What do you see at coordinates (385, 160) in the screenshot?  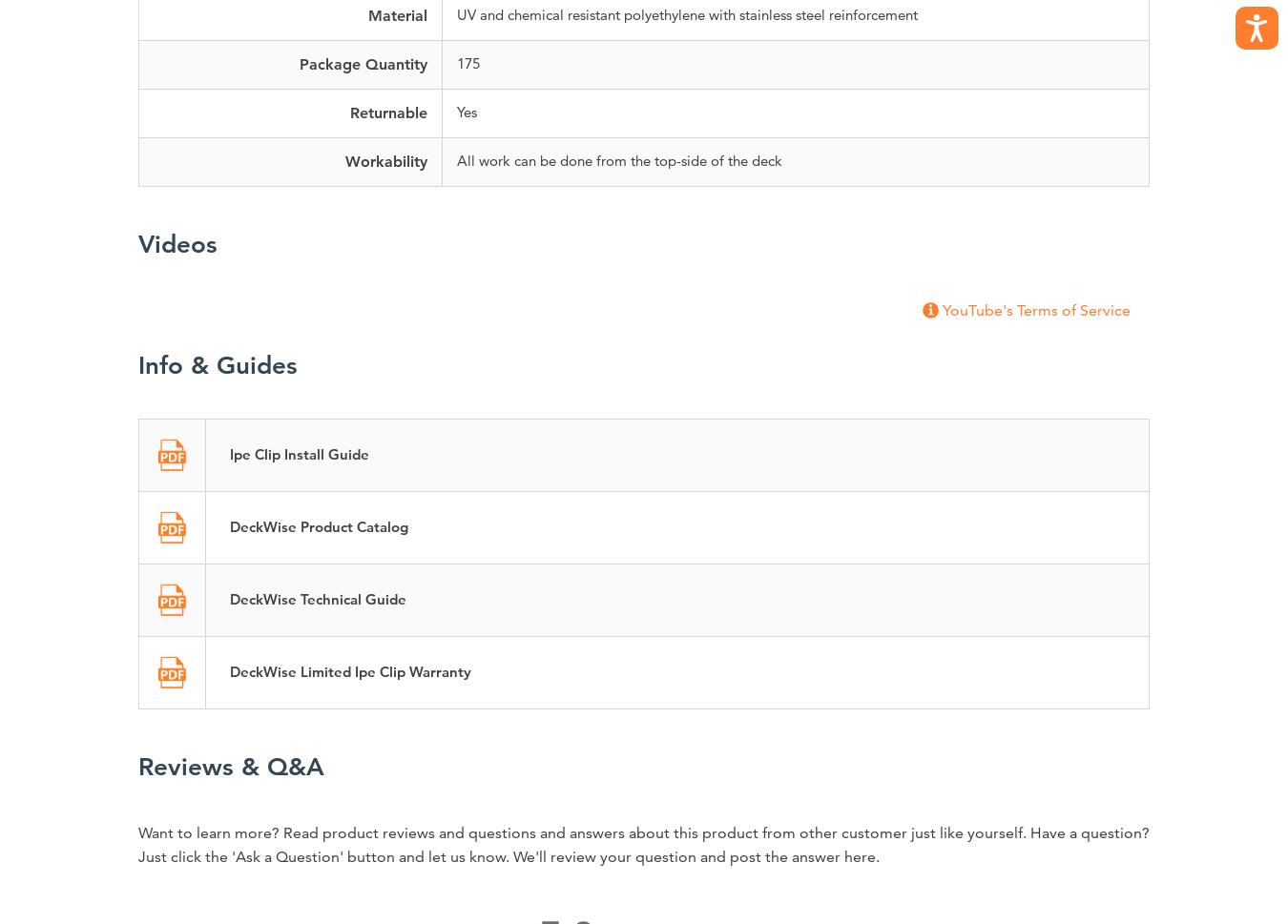 I see `'Workability'` at bounding box center [385, 160].